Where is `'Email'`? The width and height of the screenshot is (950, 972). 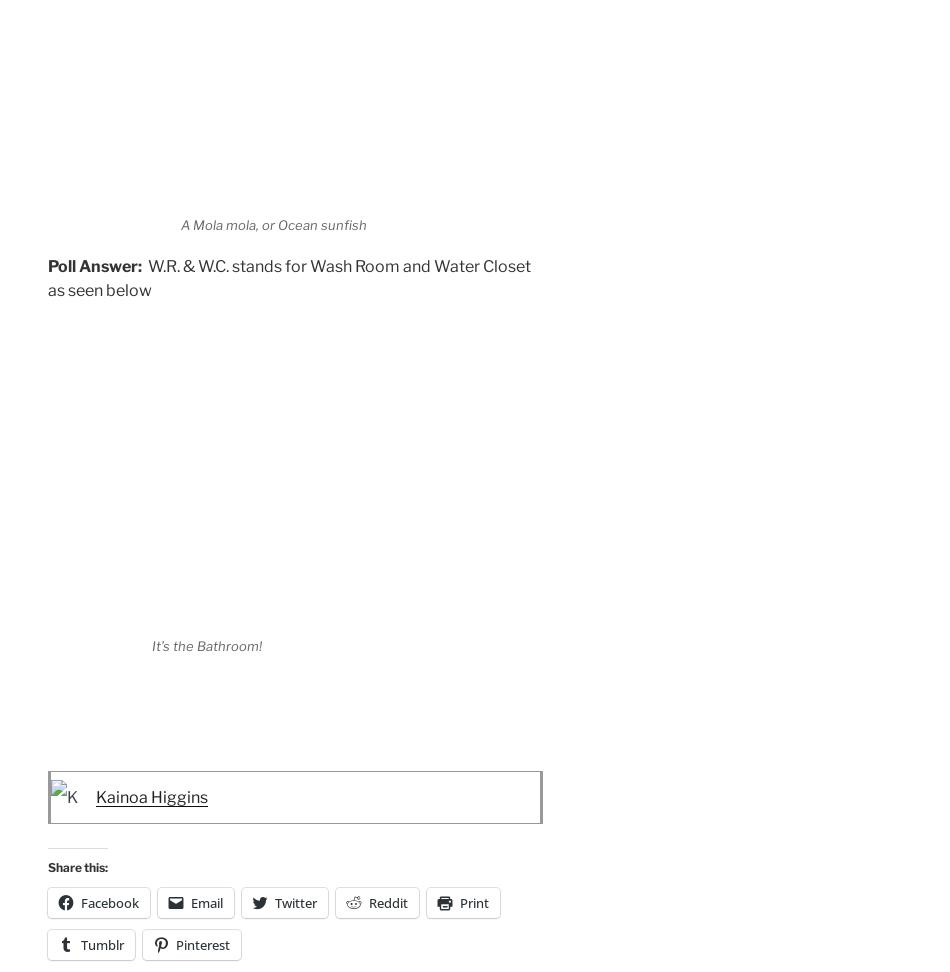
'Email' is located at coordinates (191, 902).